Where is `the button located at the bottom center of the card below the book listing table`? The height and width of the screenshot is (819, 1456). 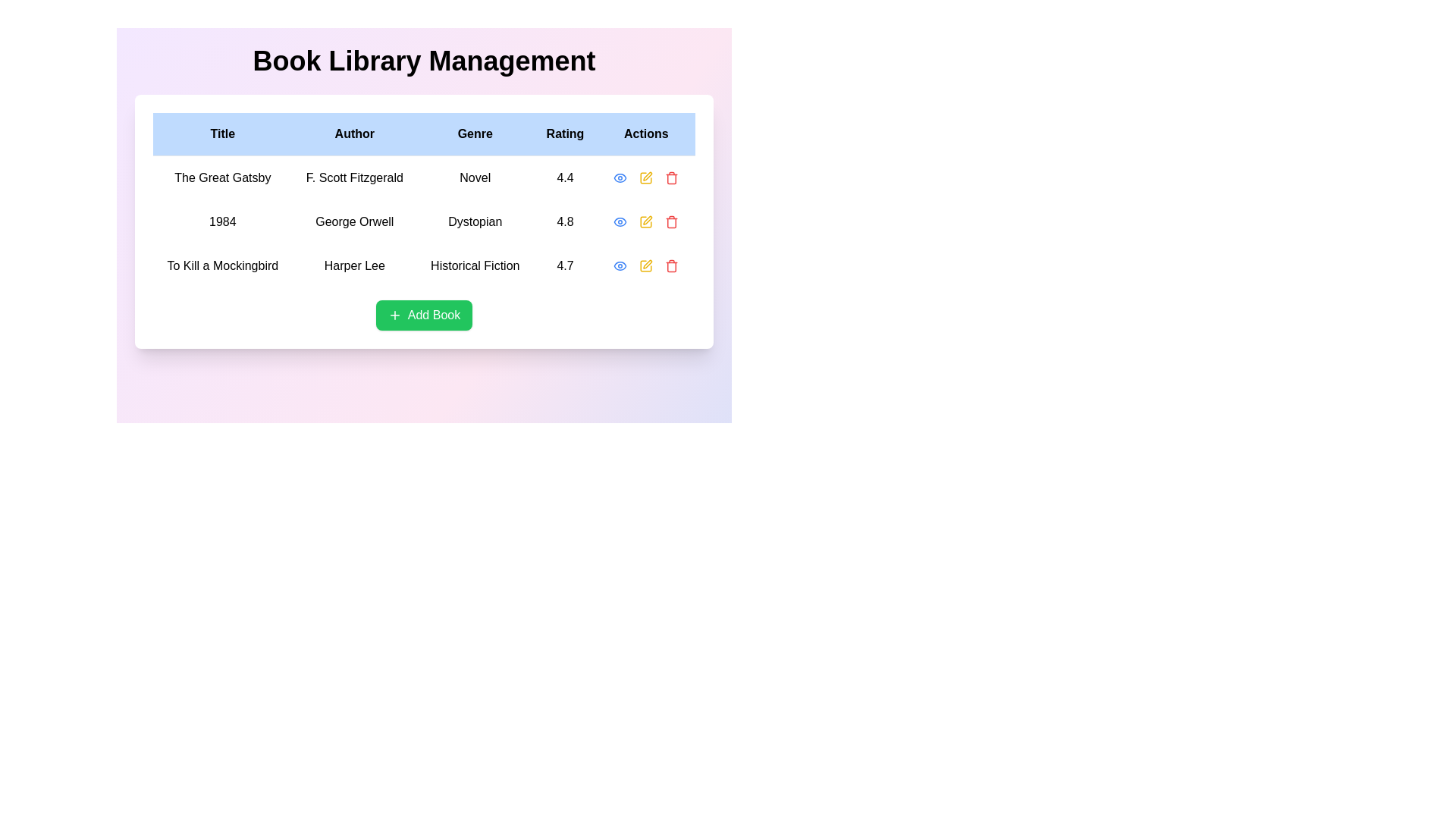 the button located at the bottom center of the card below the book listing table is located at coordinates (424, 315).